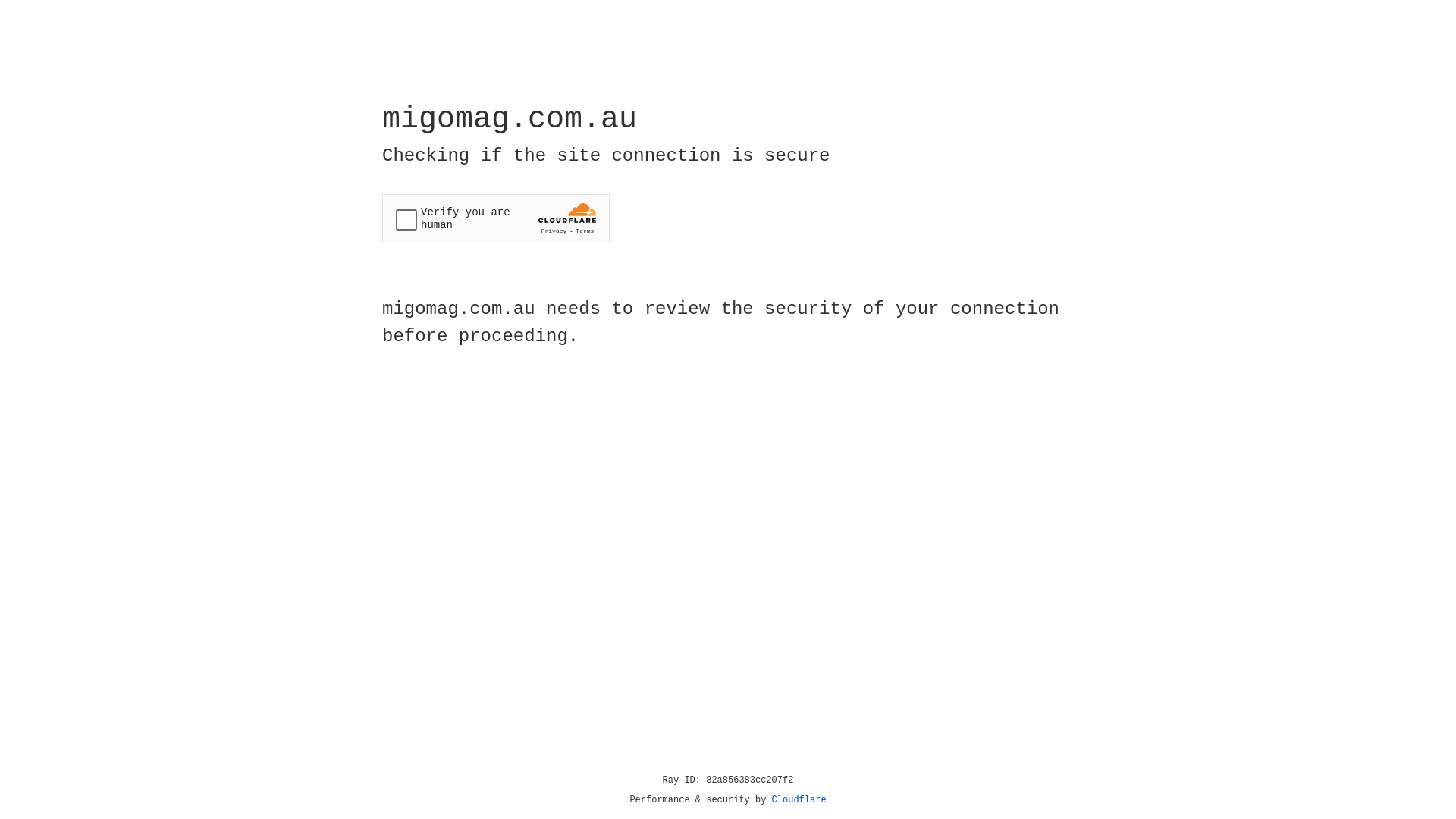  What do you see at coordinates (495, 218) in the screenshot?
I see `'Widget containing a Cloudflare security challenge'` at bounding box center [495, 218].